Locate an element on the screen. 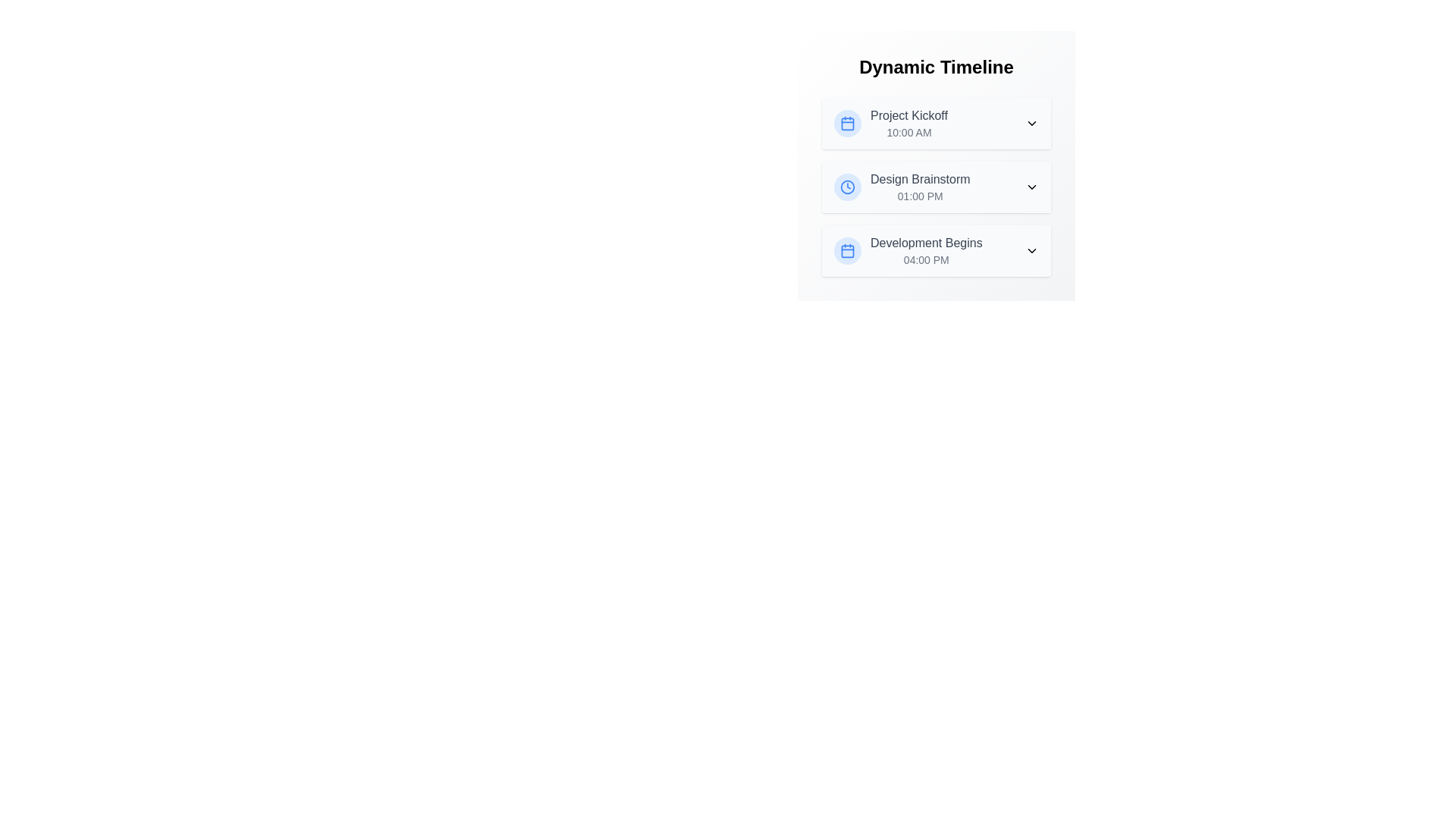 The width and height of the screenshot is (1456, 819). heading text element located at the top of the timeline interface, which provides context for the content below is located at coordinates (935, 66).